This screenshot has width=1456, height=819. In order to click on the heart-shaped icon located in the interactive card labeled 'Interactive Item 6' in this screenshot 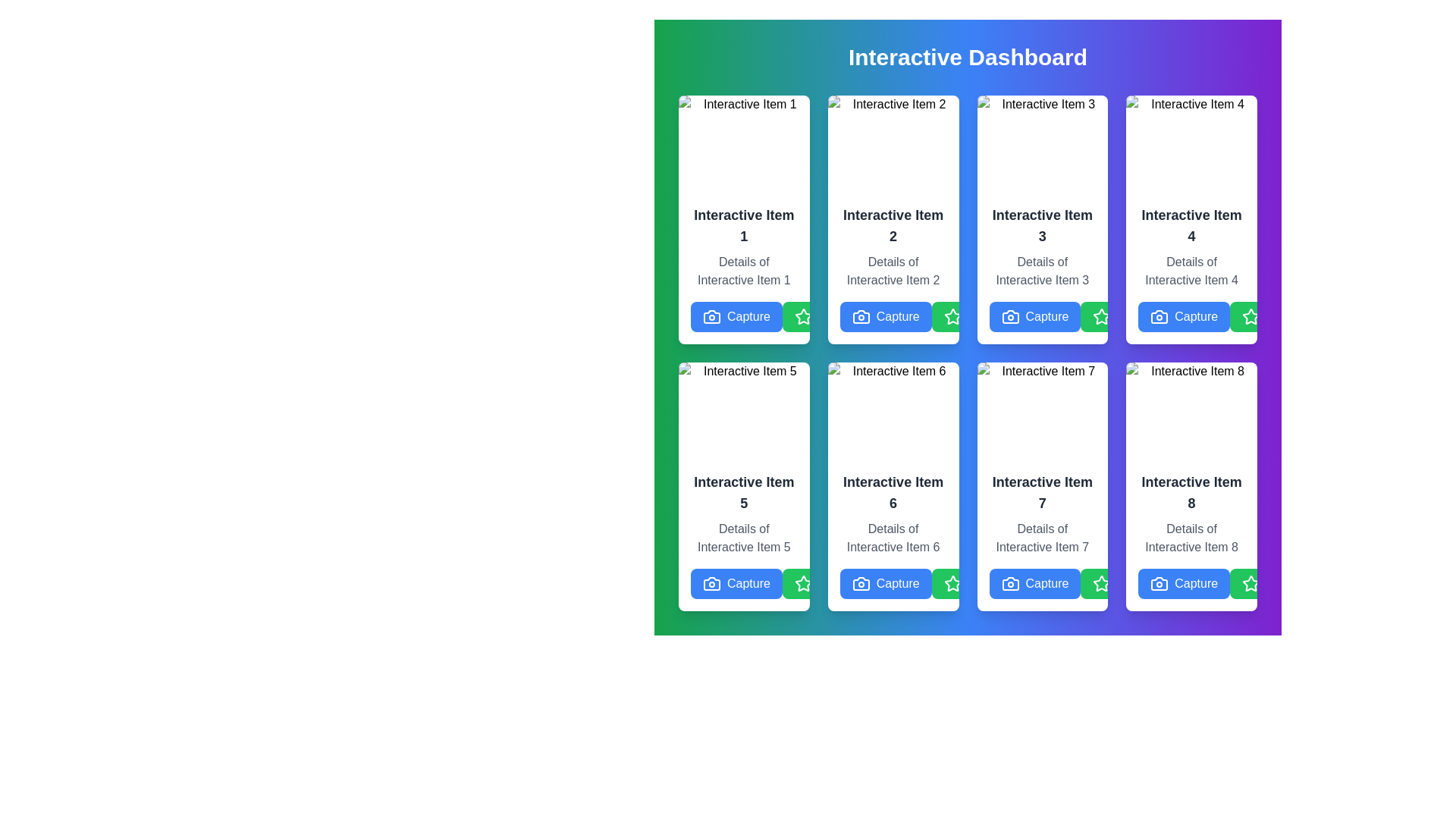, I will do `click(896, 583)`.